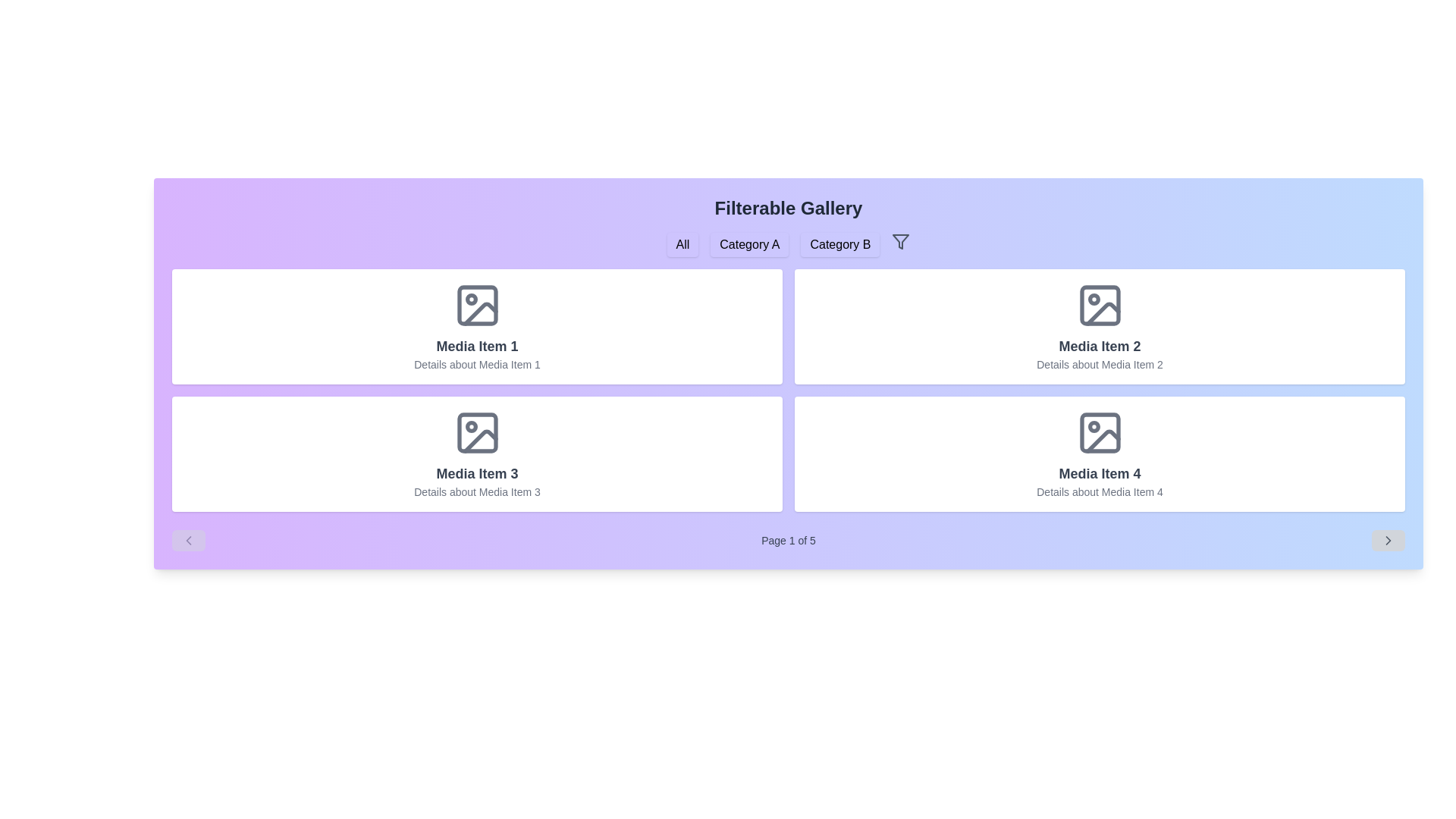  What do you see at coordinates (476, 453) in the screenshot?
I see `the details provided within the card element representing 'Media Item 3', which is the third item in a grid layout, located on the left side of the second row` at bounding box center [476, 453].